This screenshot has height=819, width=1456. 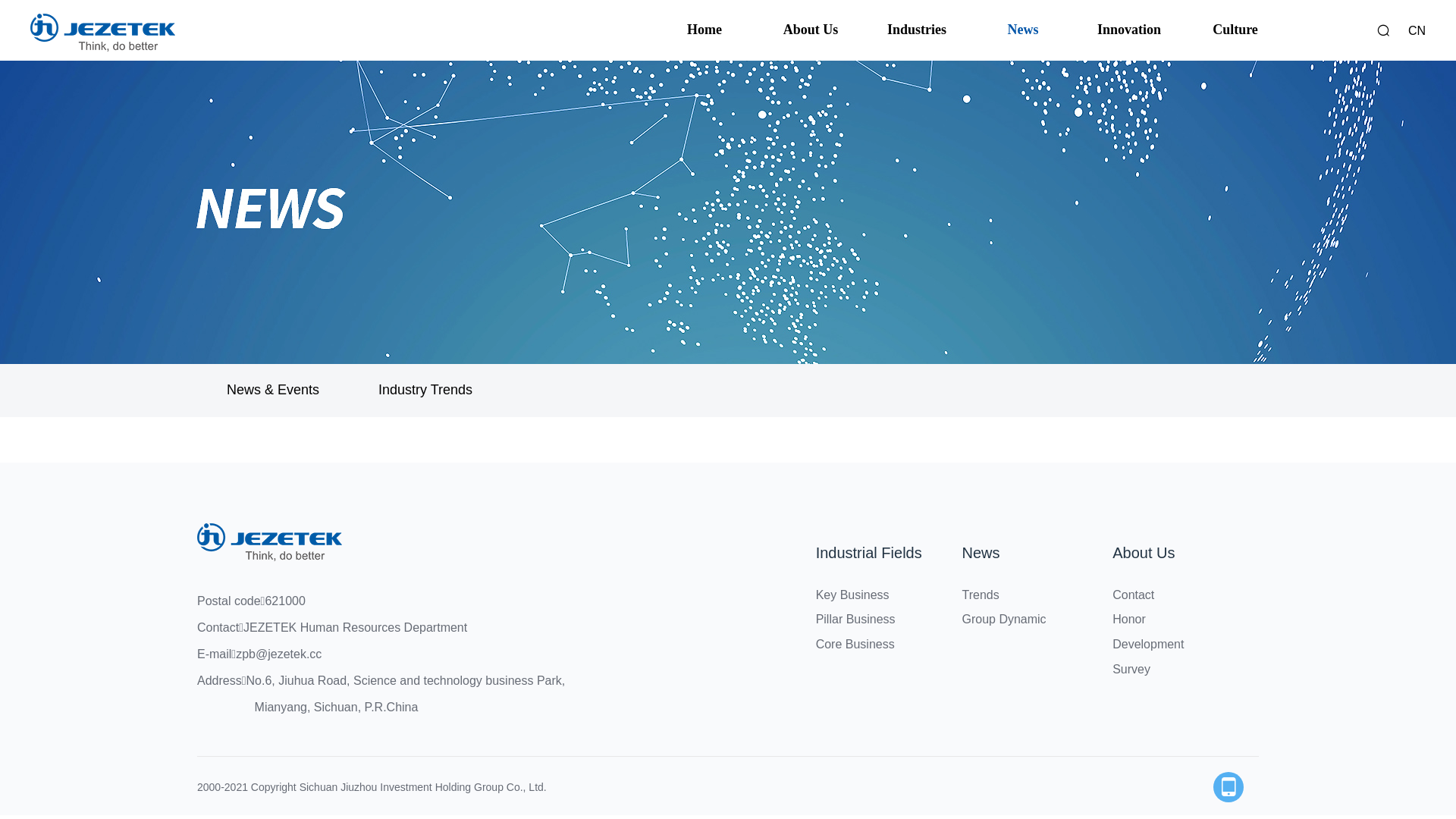 I want to click on 'Survey', so click(x=1131, y=668).